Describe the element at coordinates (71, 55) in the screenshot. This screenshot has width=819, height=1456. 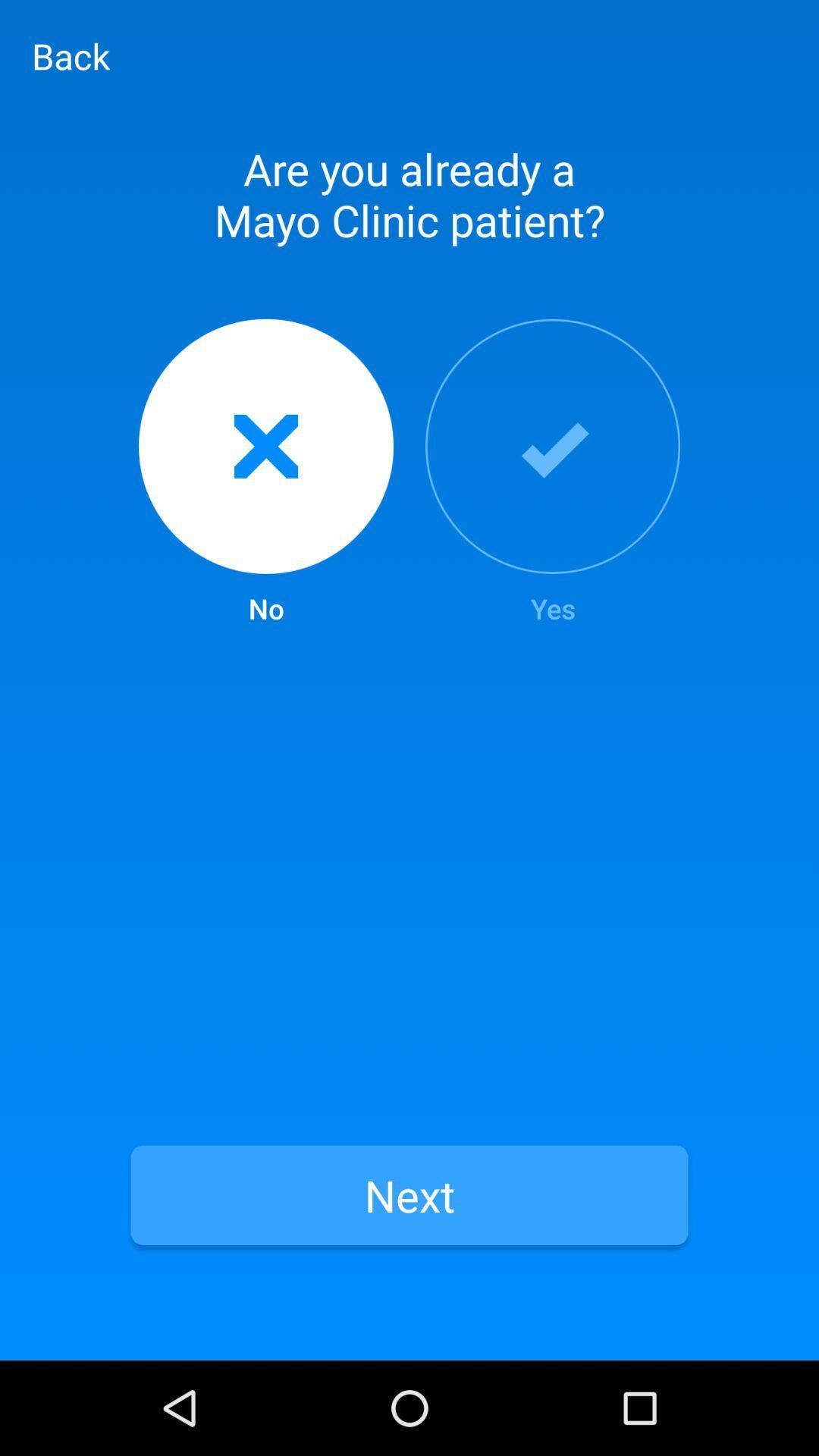
I see `back icon` at that location.